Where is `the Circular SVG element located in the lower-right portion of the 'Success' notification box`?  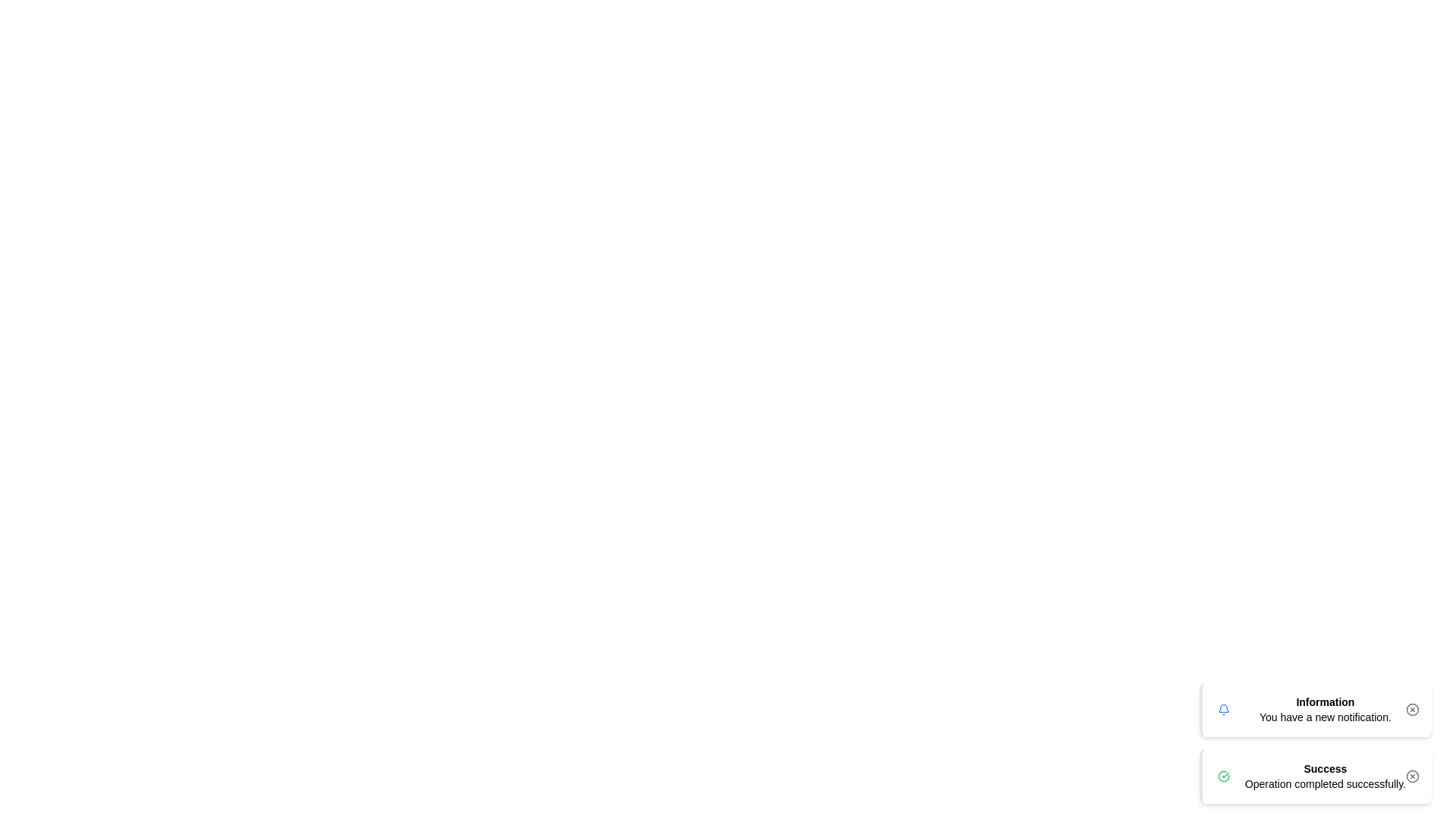
the Circular SVG element located in the lower-right portion of the 'Success' notification box is located at coordinates (1411, 776).